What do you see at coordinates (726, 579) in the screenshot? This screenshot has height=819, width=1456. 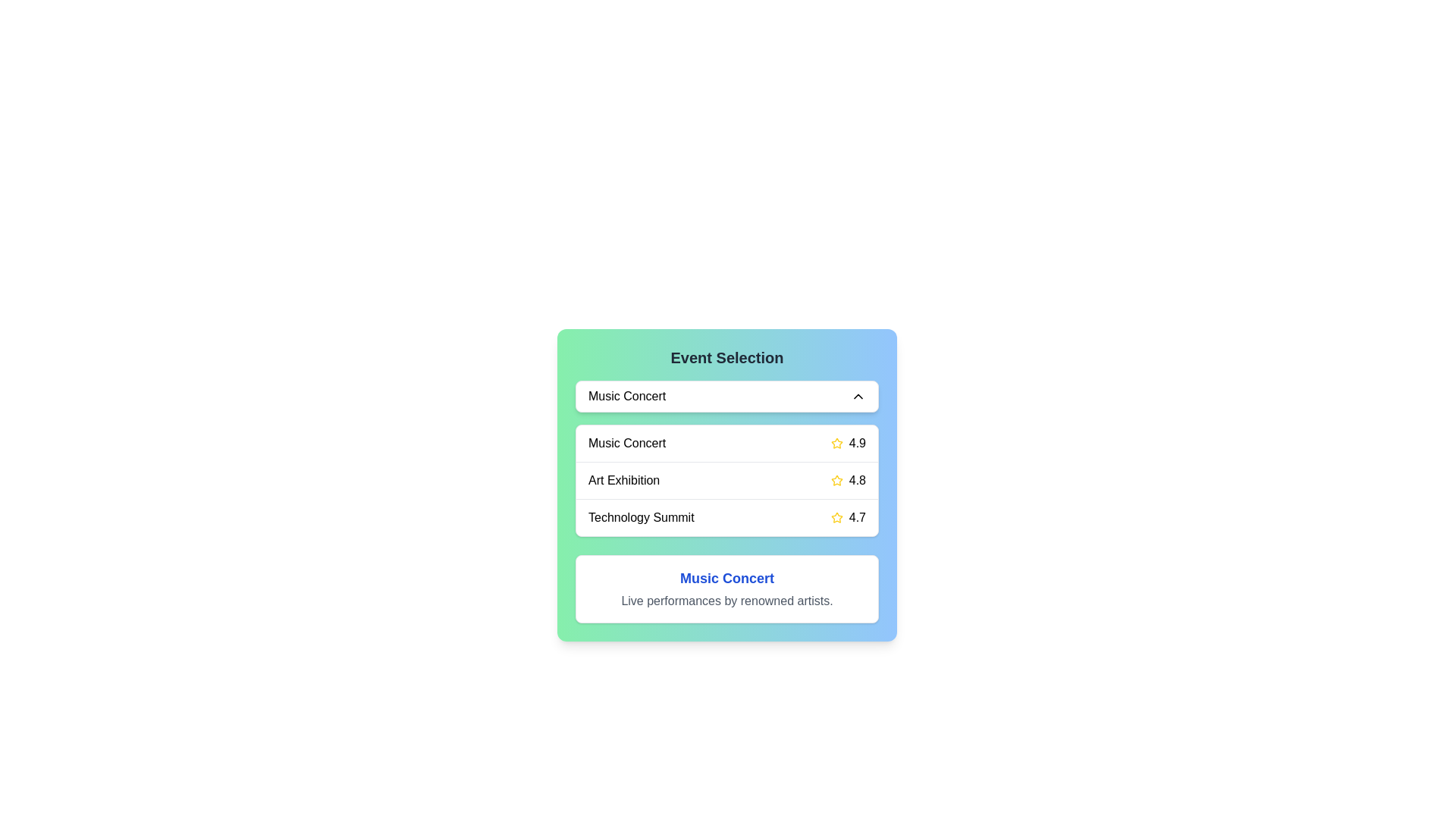 I see `text displayed in the bold, blue font stating 'Music Concert', which is emphasized as a heading above the text 'Live performances by renowned artists'` at bounding box center [726, 579].